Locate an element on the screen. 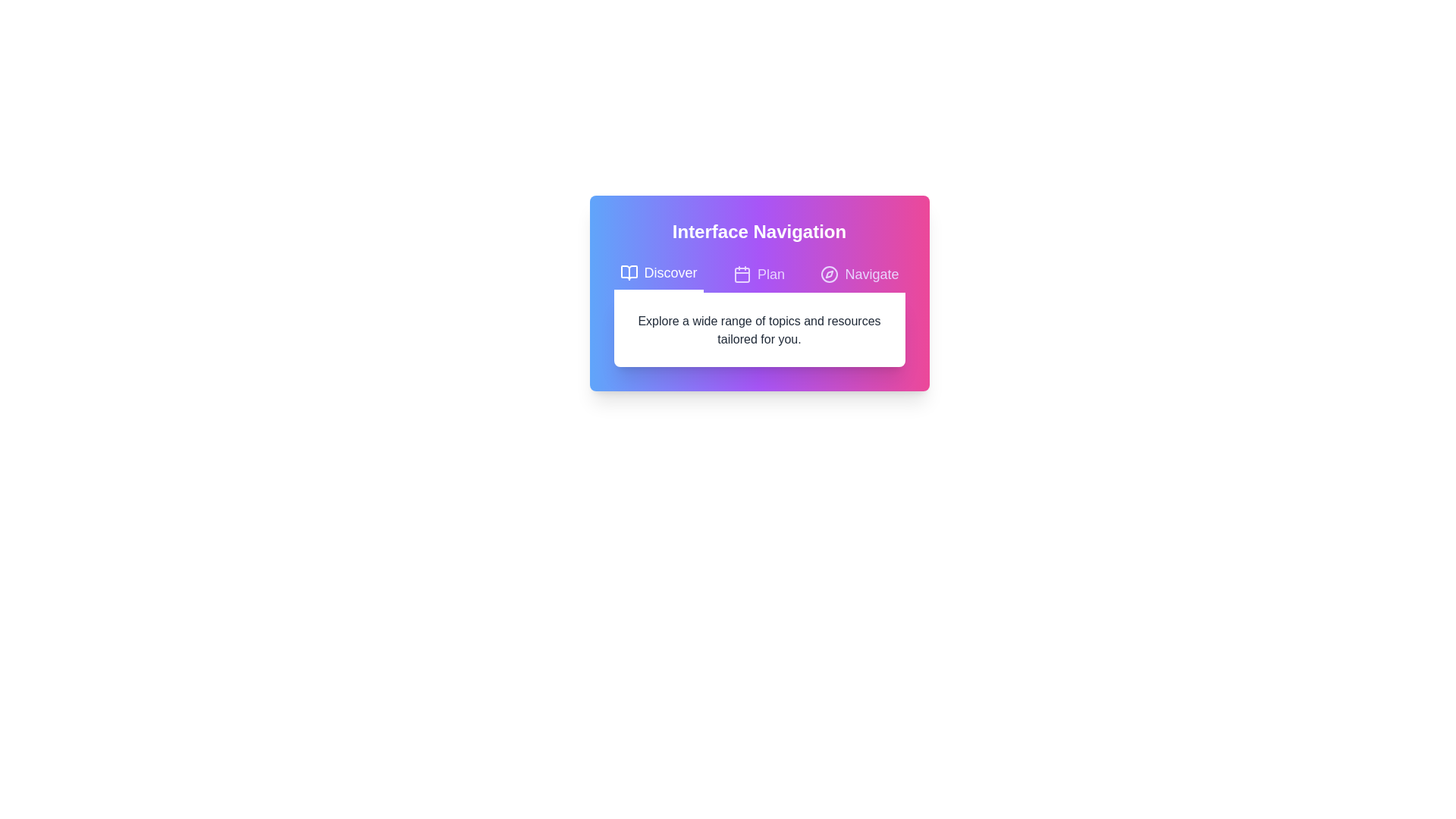 The height and width of the screenshot is (819, 1456). informational text 'Explore a wide range of topics and resources tailored for you.' located centrally in a white card beneath navigation tabs labeled 'Discover,' 'Plan,' and 'Navigate.' is located at coordinates (759, 329).